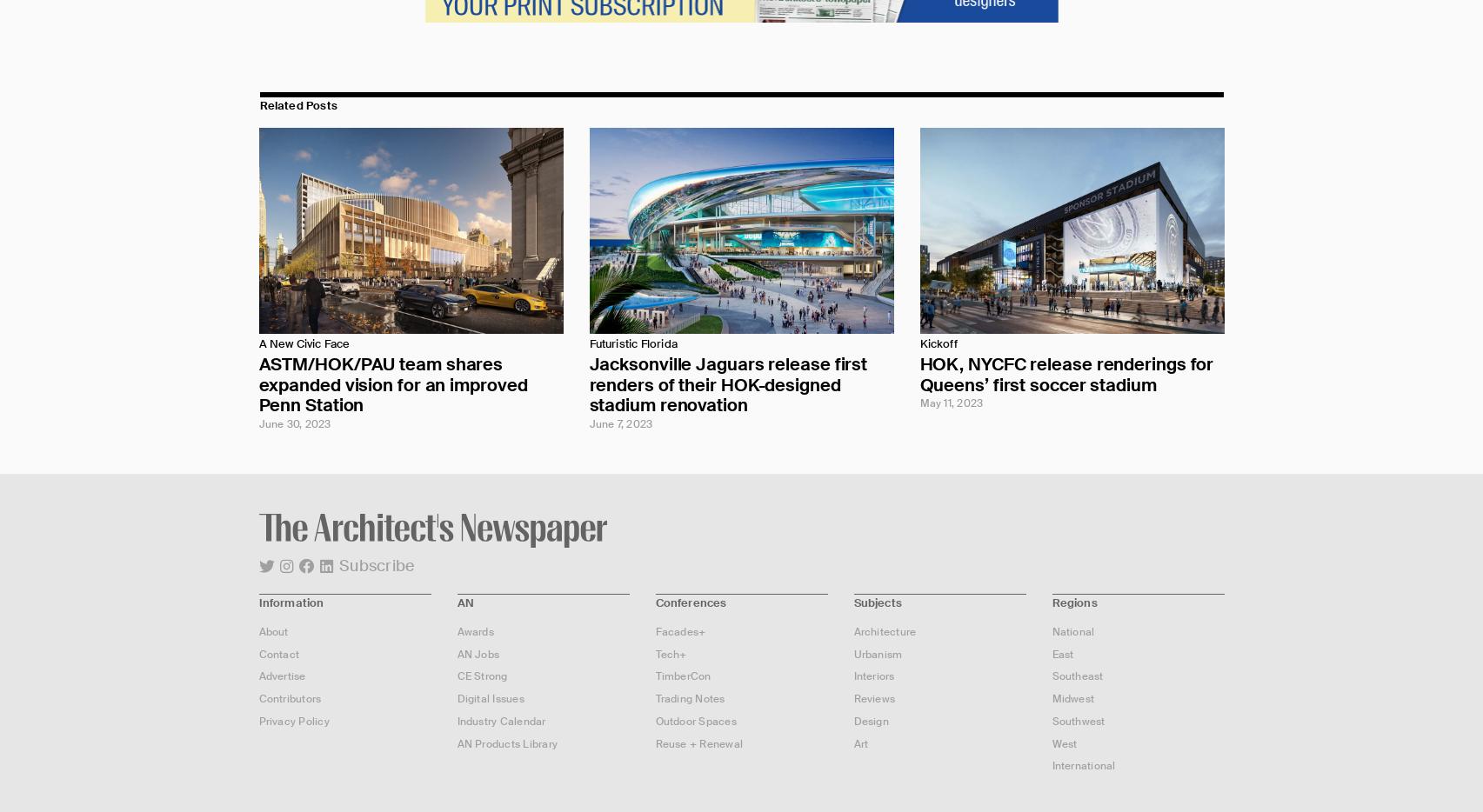 Image resolution: width=1483 pixels, height=812 pixels. What do you see at coordinates (1066, 374) in the screenshot?
I see `'HOK, NYCFC release renderings for Queens’ first soccer stadium'` at bounding box center [1066, 374].